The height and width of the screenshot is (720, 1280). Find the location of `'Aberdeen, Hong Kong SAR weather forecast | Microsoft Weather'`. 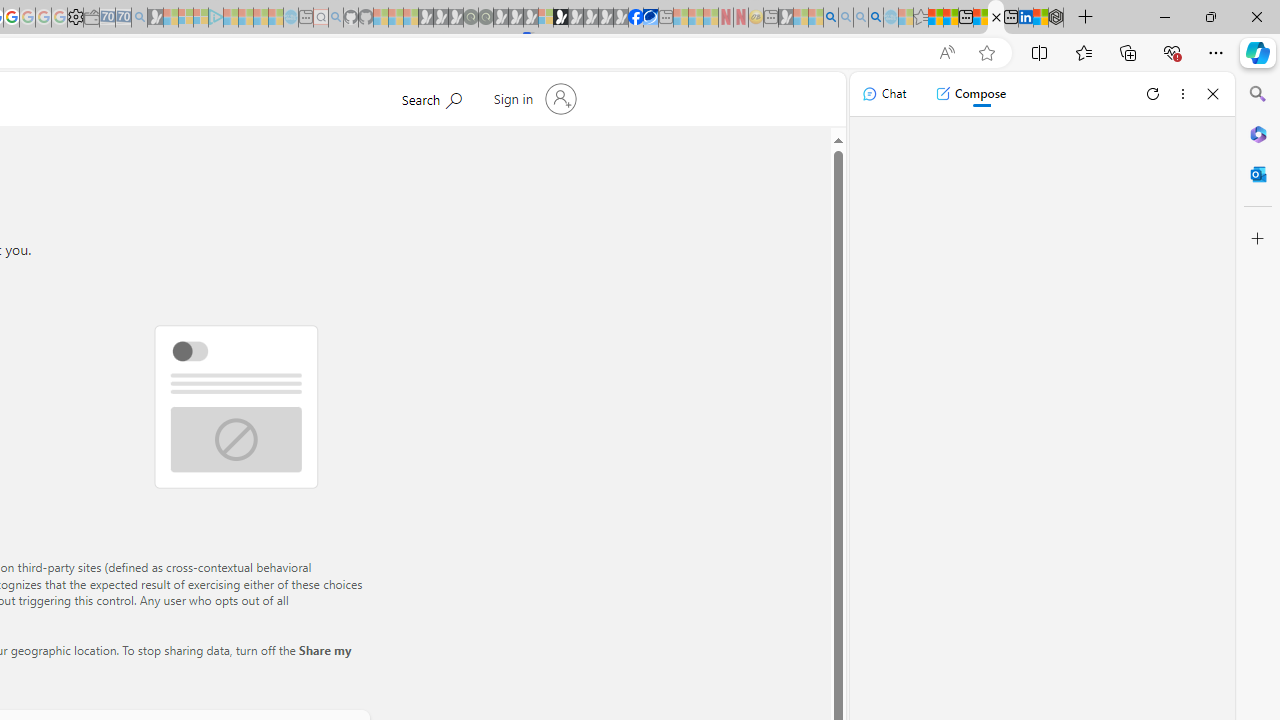

'Aberdeen, Hong Kong SAR weather forecast | Microsoft Weather' is located at coordinates (949, 17).